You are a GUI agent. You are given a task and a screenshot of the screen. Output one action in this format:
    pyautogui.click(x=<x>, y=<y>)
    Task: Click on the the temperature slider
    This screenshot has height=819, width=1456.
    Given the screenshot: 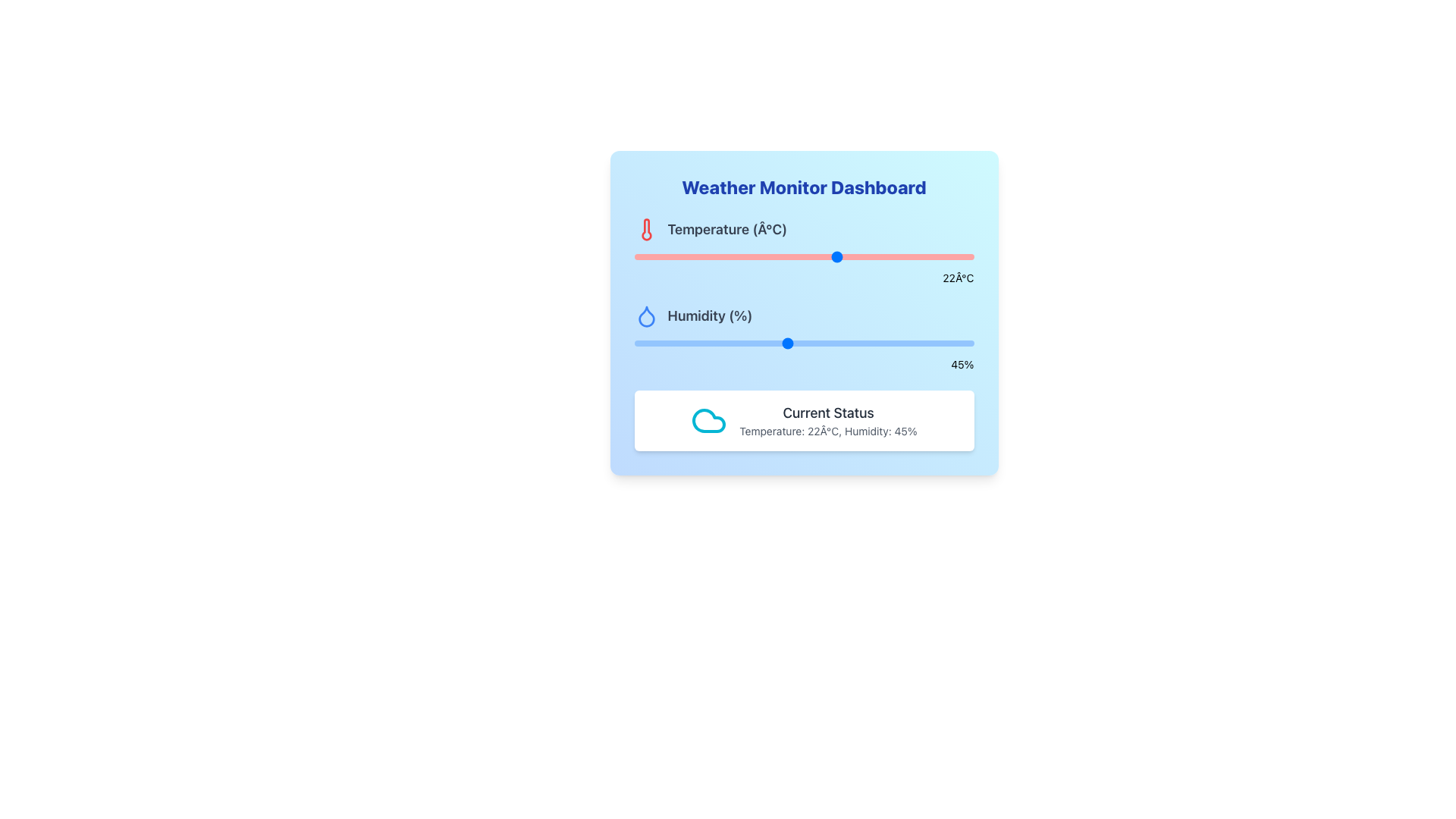 What is the action you would take?
    pyautogui.click(x=760, y=256)
    